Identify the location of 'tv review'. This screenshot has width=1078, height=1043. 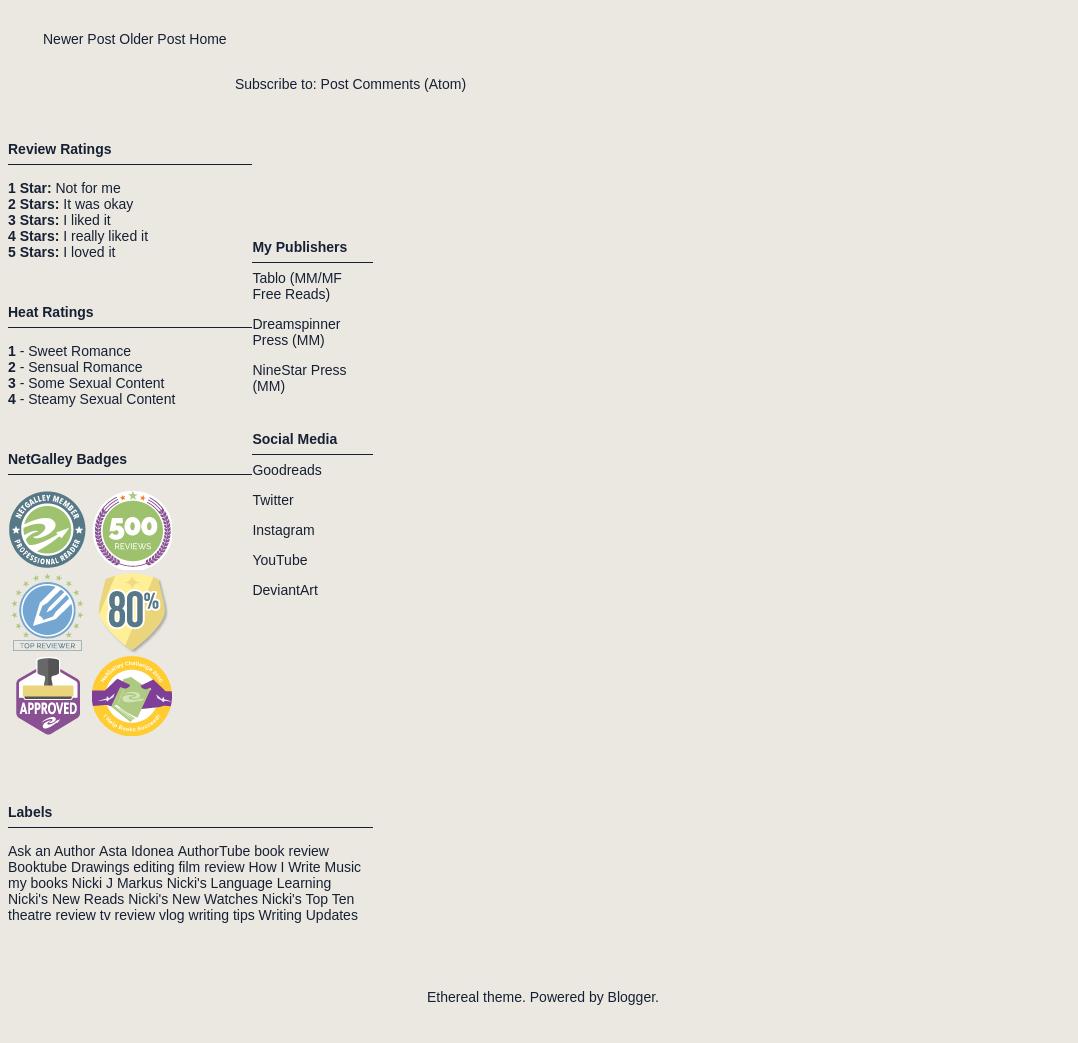
(126, 912).